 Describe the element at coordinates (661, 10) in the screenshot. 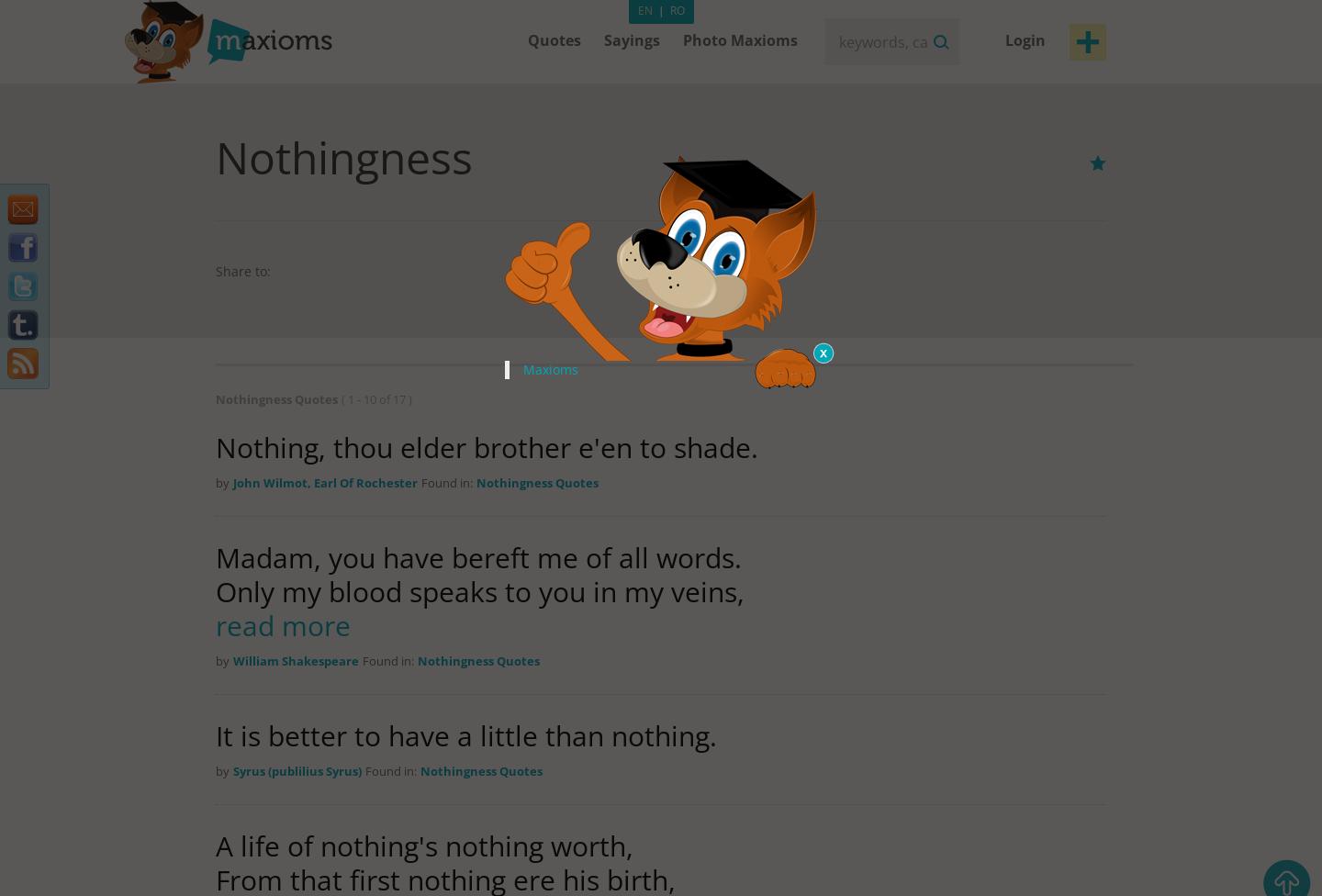

I see `'|'` at that location.